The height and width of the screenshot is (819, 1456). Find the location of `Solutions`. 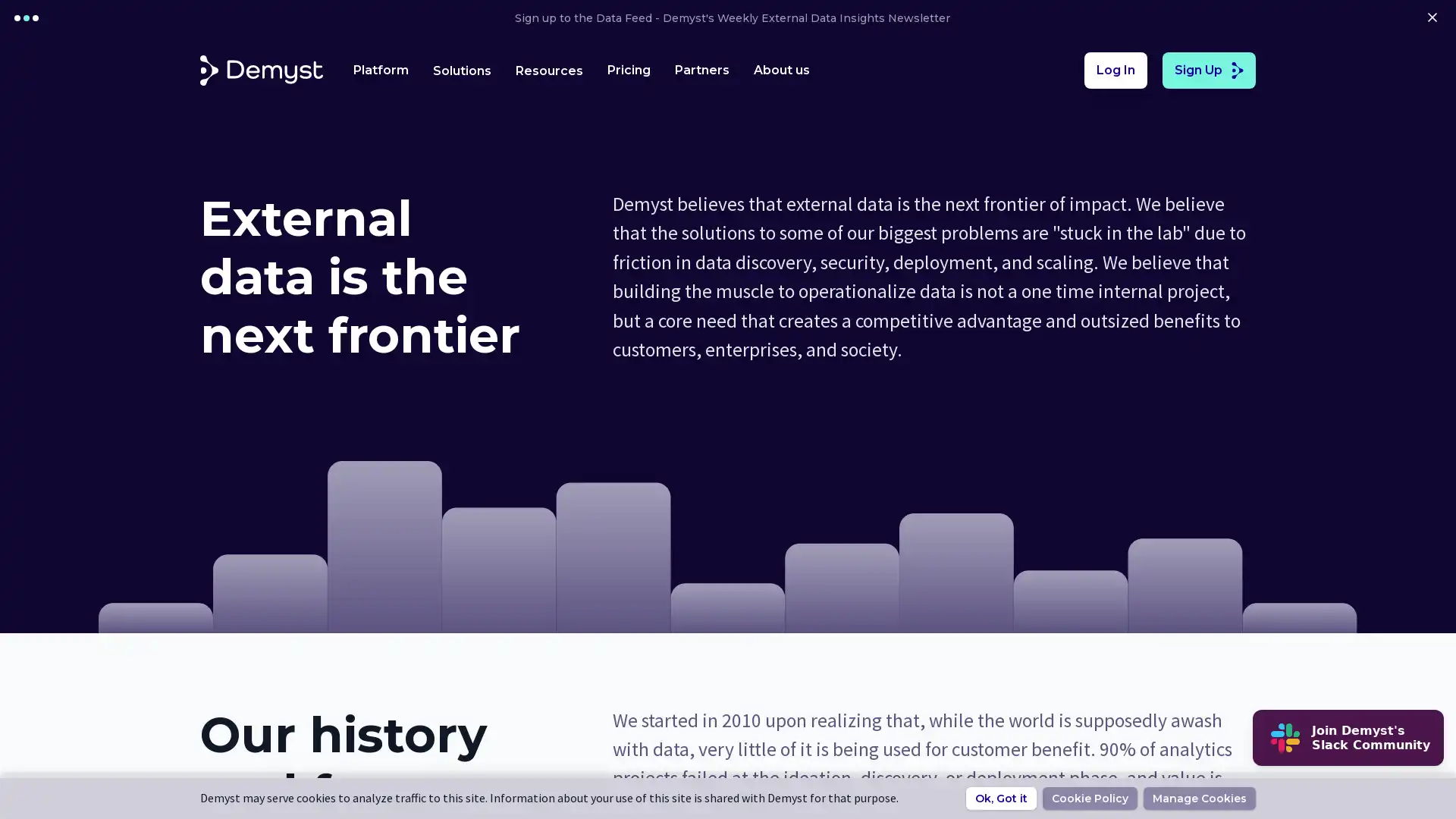

Solutions is located at coordinates (461, 70).